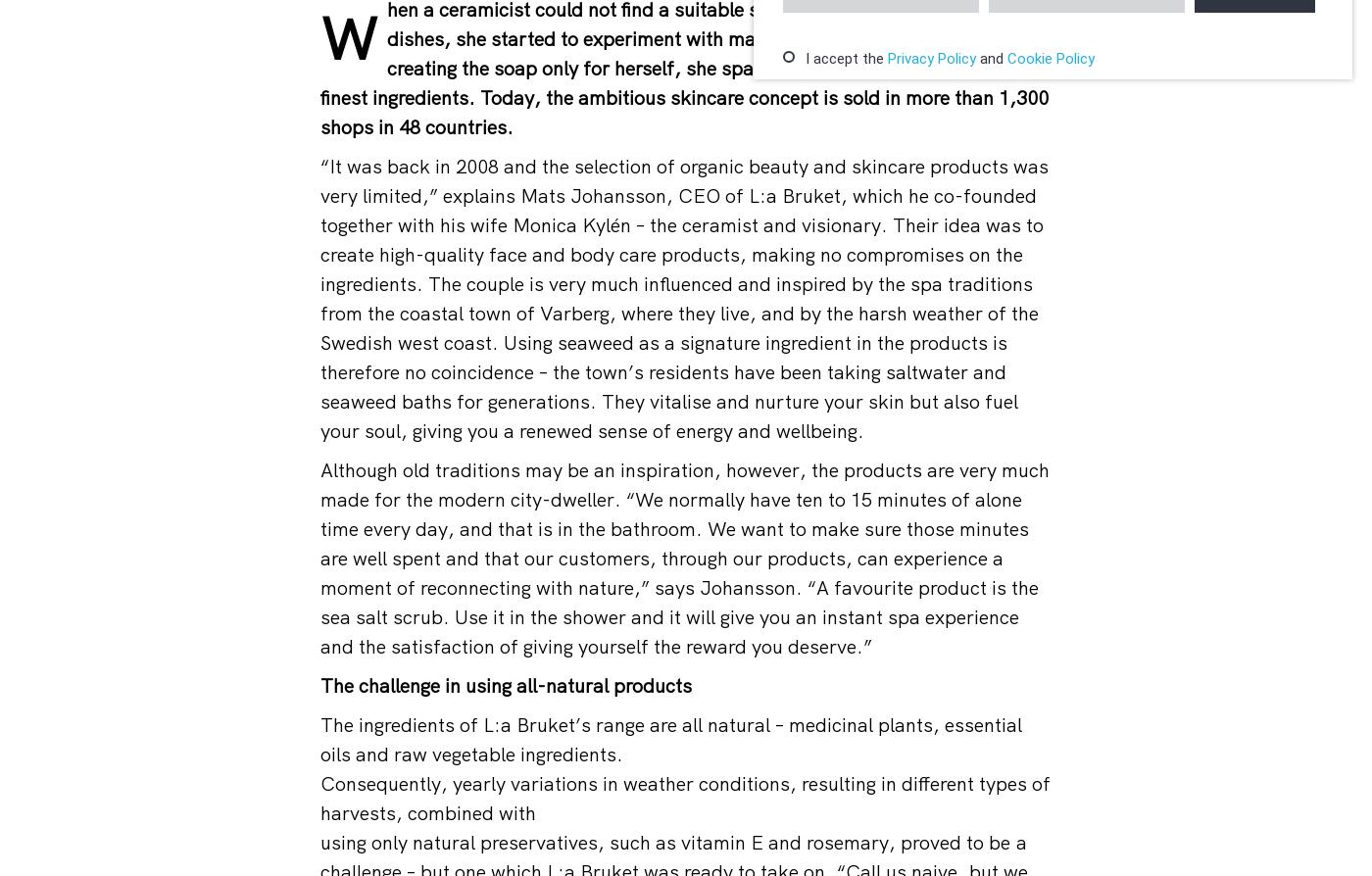 The image size is (1372, 876). Describe the element at coordinates (684, 797) in the screenshot. I see `'Consequently, yearly variations in weather conditions, resulting in different types of harvests, combined with'` at that location.